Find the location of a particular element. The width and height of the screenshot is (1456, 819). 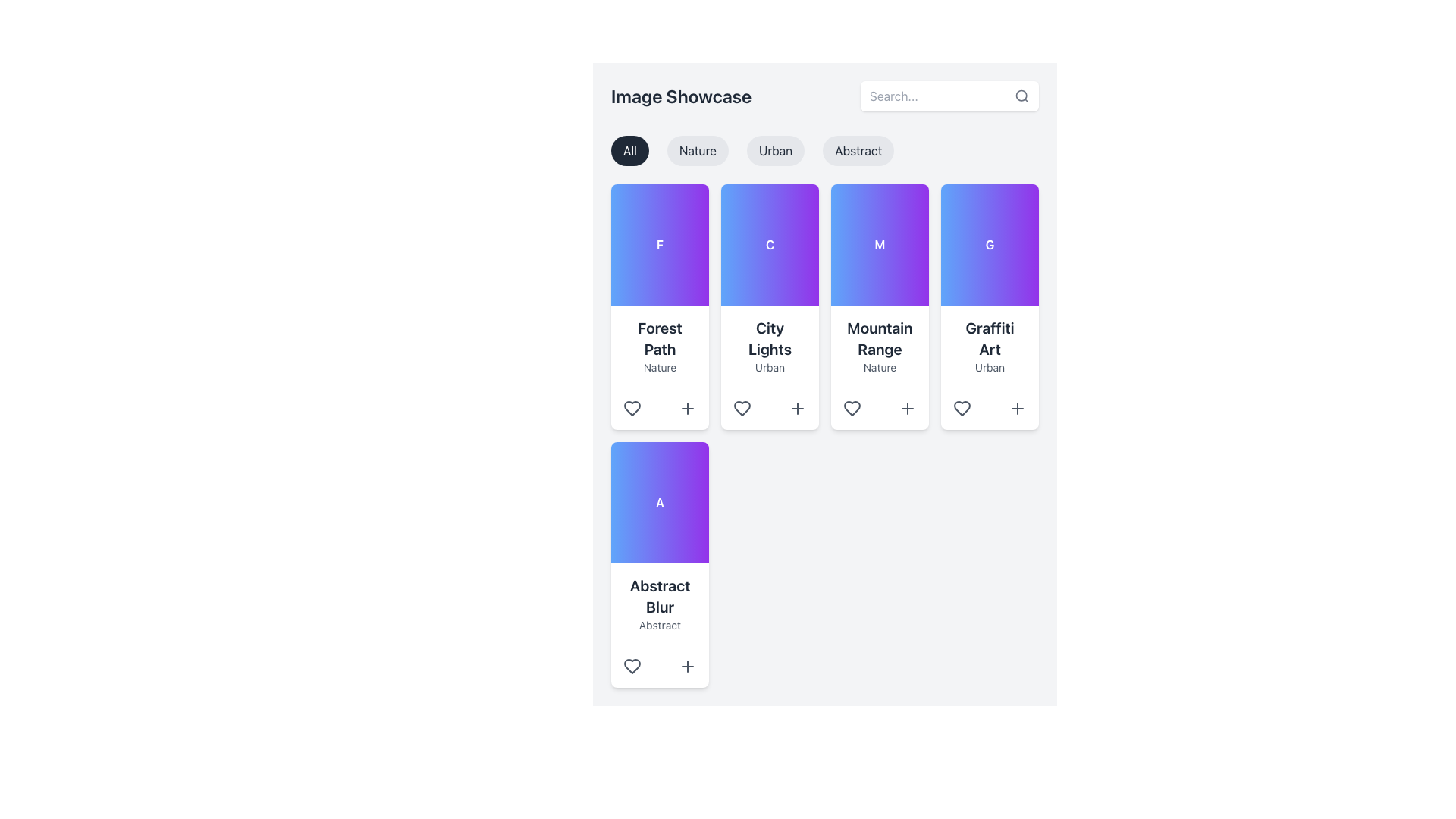

the 'like' icon button in the 'Graffiti Art' card section is located at coordinates (961, 408).